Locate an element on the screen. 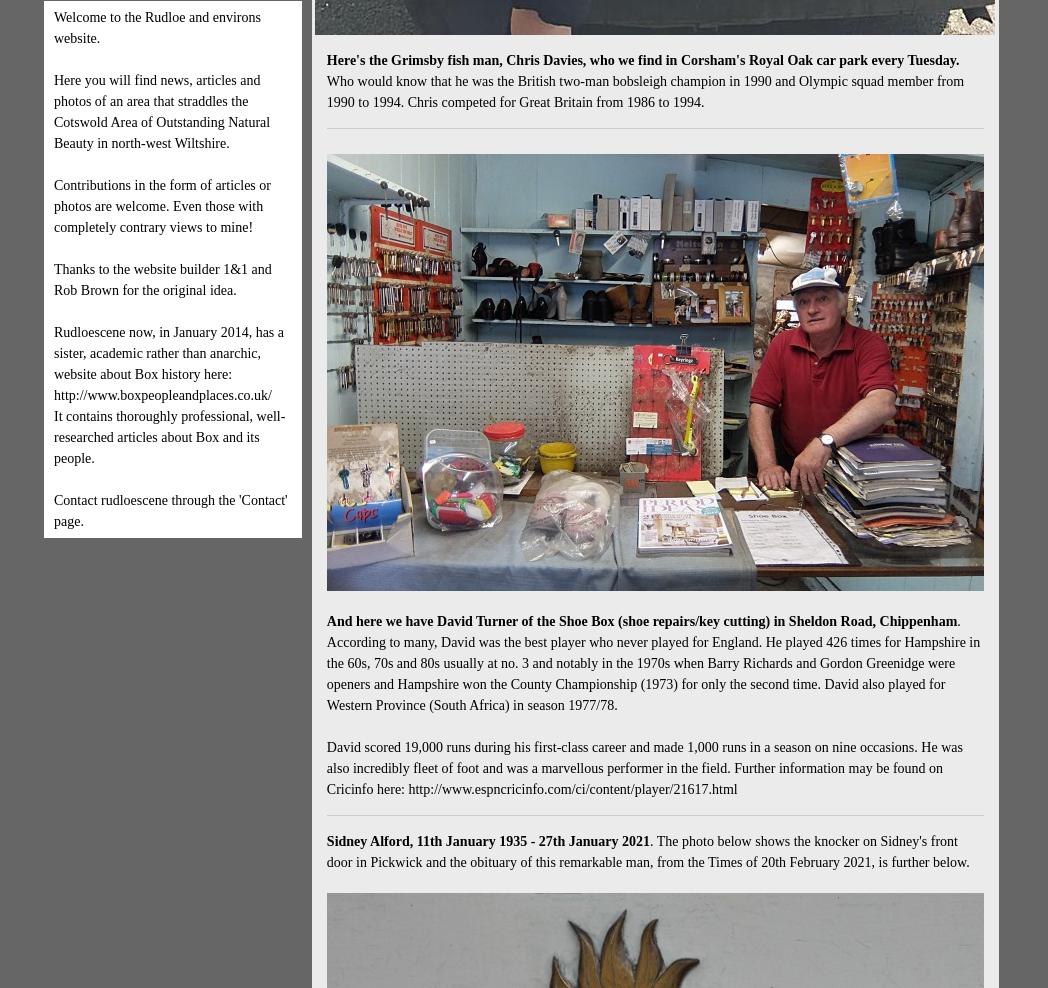 This screenshot has width=1048, height=988. 'David scored 19,000 runs during his first-class career and made 1,000 runs in a season on nine occasions. He was also incredibly fleet of foot and was a marvellous performer in the field. Further
information may be found on Cricinfo here: http://www.espncricinfo.com/ci/content/player/21617.html' is located at coordinates (326, 767).